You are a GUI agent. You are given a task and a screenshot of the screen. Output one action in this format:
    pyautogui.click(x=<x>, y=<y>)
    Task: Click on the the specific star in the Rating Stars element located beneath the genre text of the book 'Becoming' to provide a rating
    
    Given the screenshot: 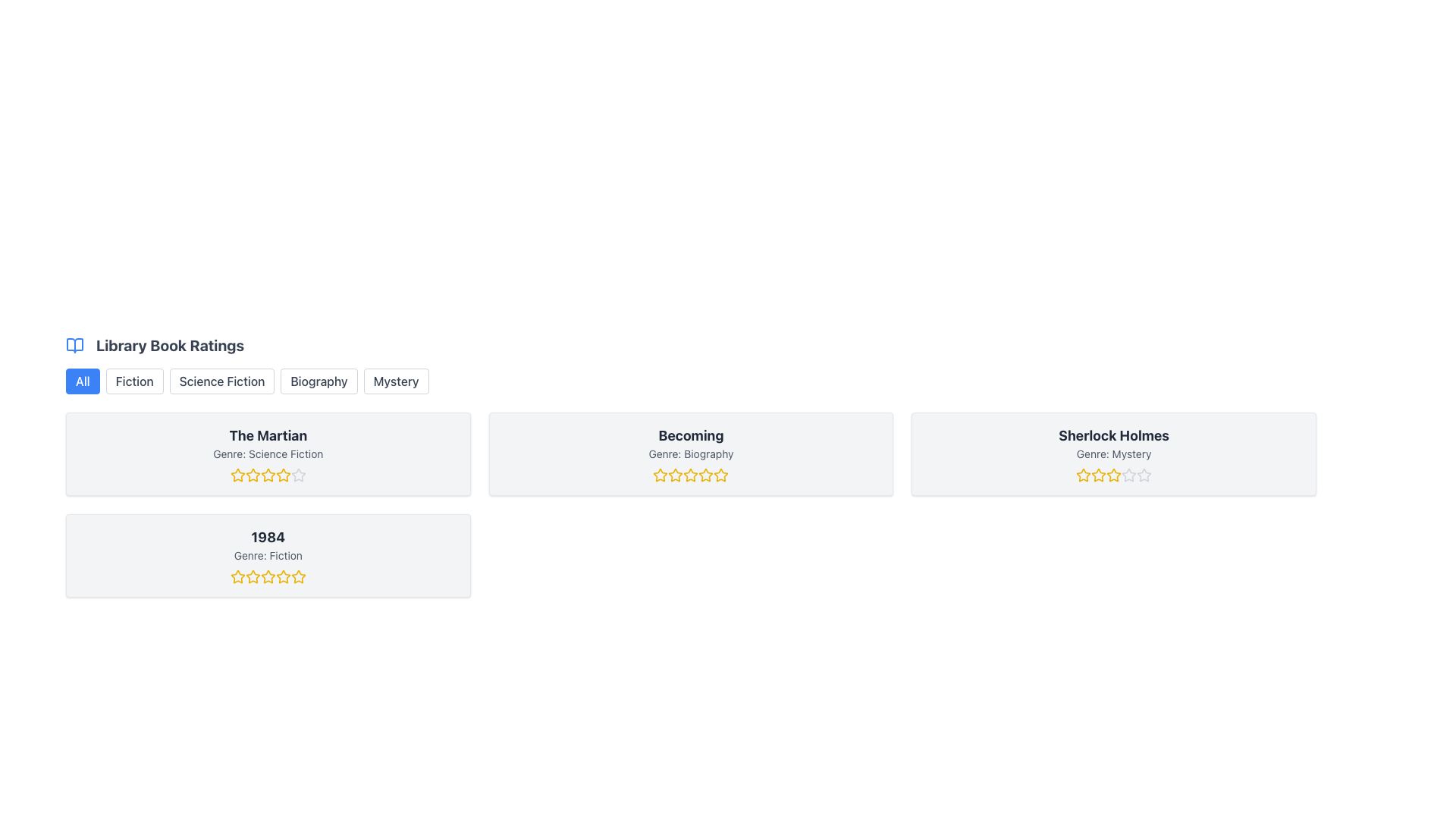 What is the action you would take?
    pyautogui.click(x=690, y=475)
    